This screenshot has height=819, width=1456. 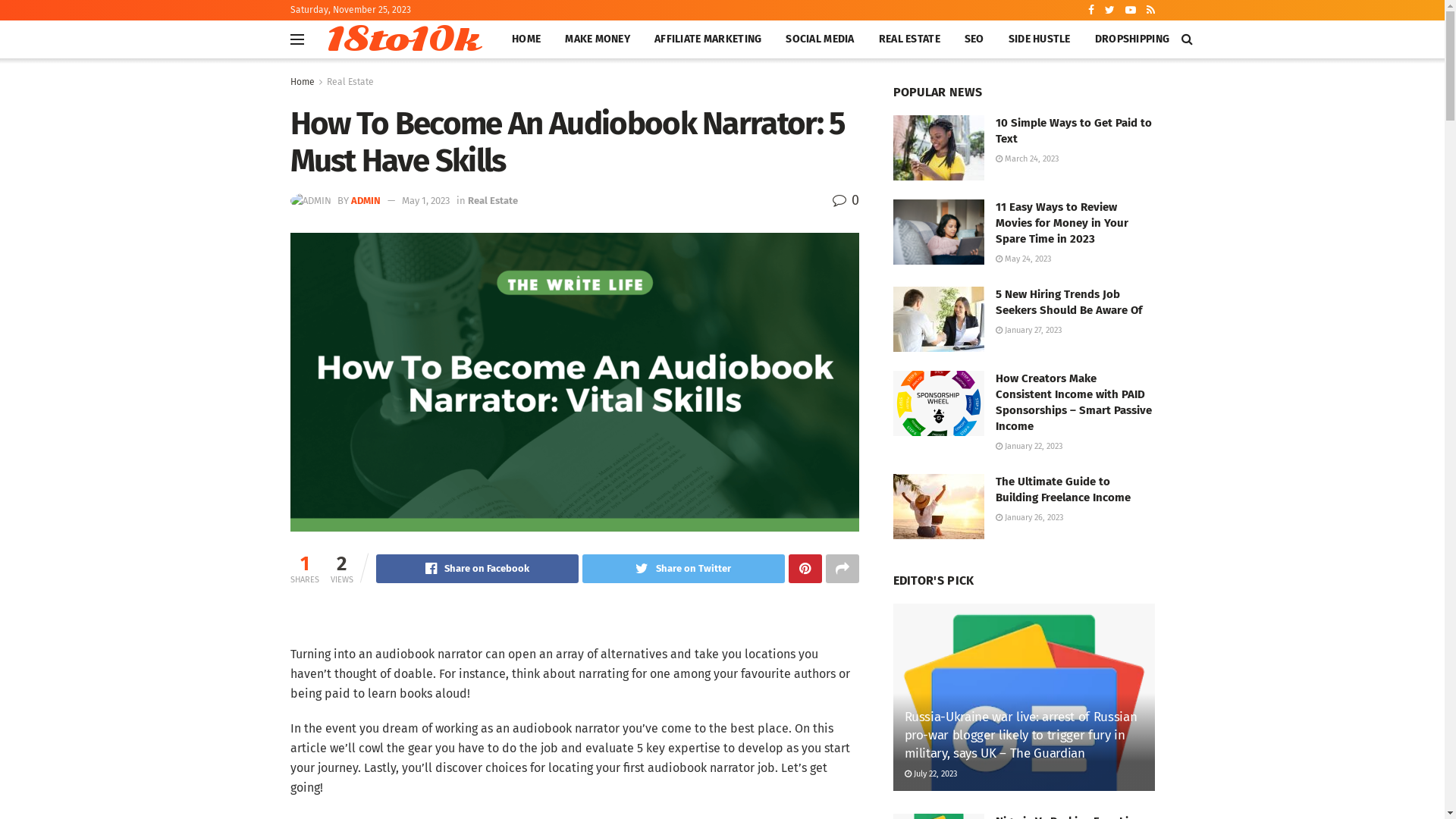 I want to click on '18to10k', so click(x=401, y=38).